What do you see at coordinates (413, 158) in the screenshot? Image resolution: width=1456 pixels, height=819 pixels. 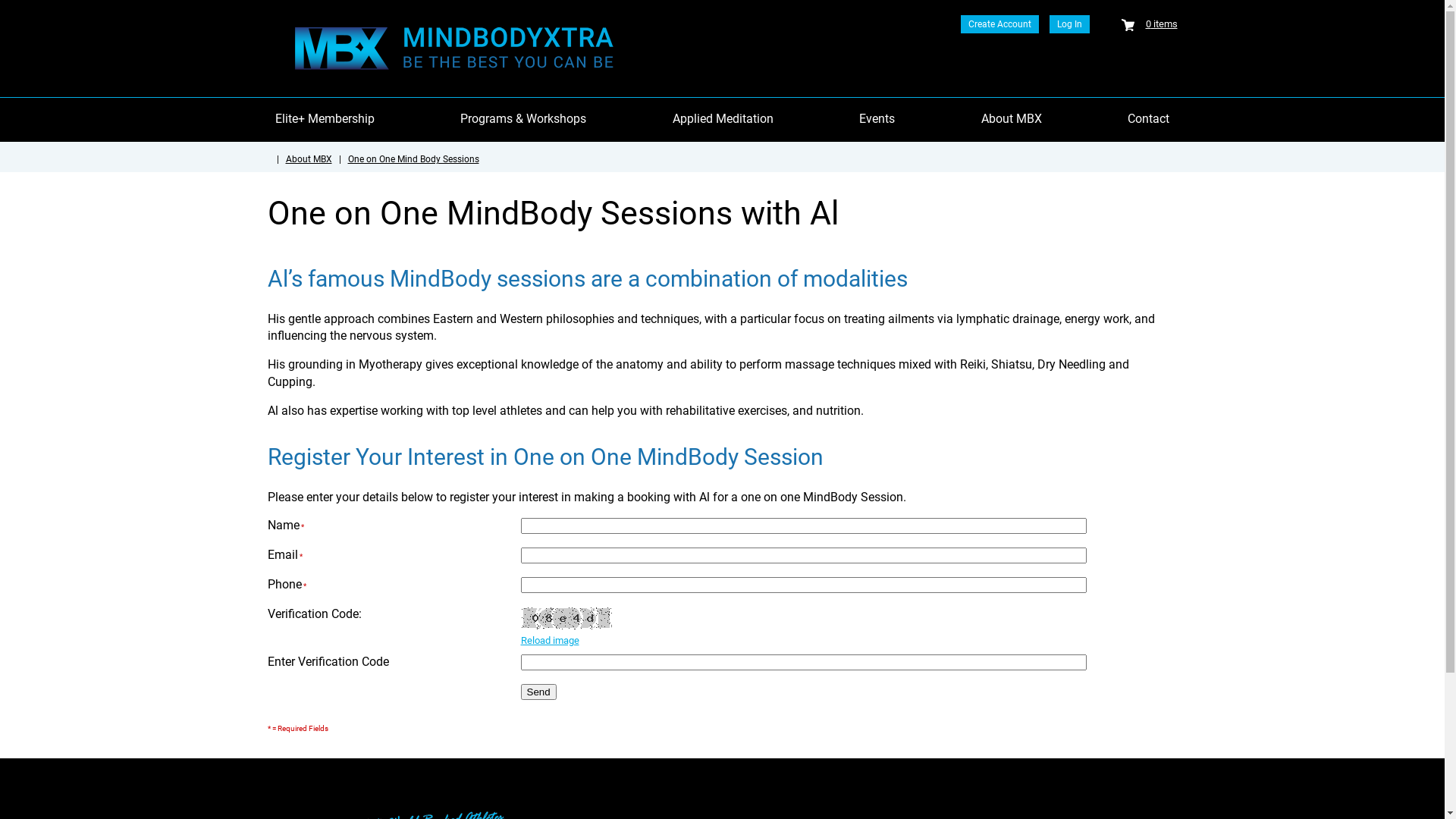 I see `'One on One Mind Body Sessions'` at bounding box center [413, 158].